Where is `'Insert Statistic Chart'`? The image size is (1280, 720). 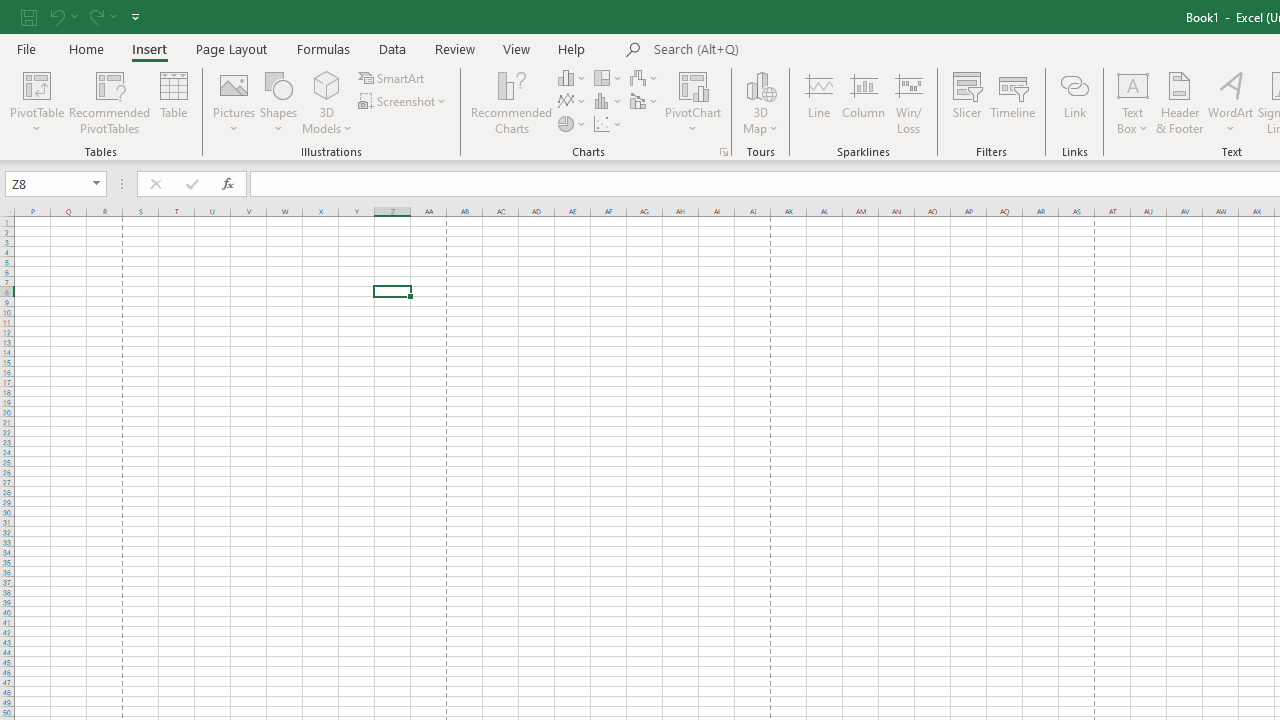 'Insert Statistic Chart' is located at coordinates (608, 101).